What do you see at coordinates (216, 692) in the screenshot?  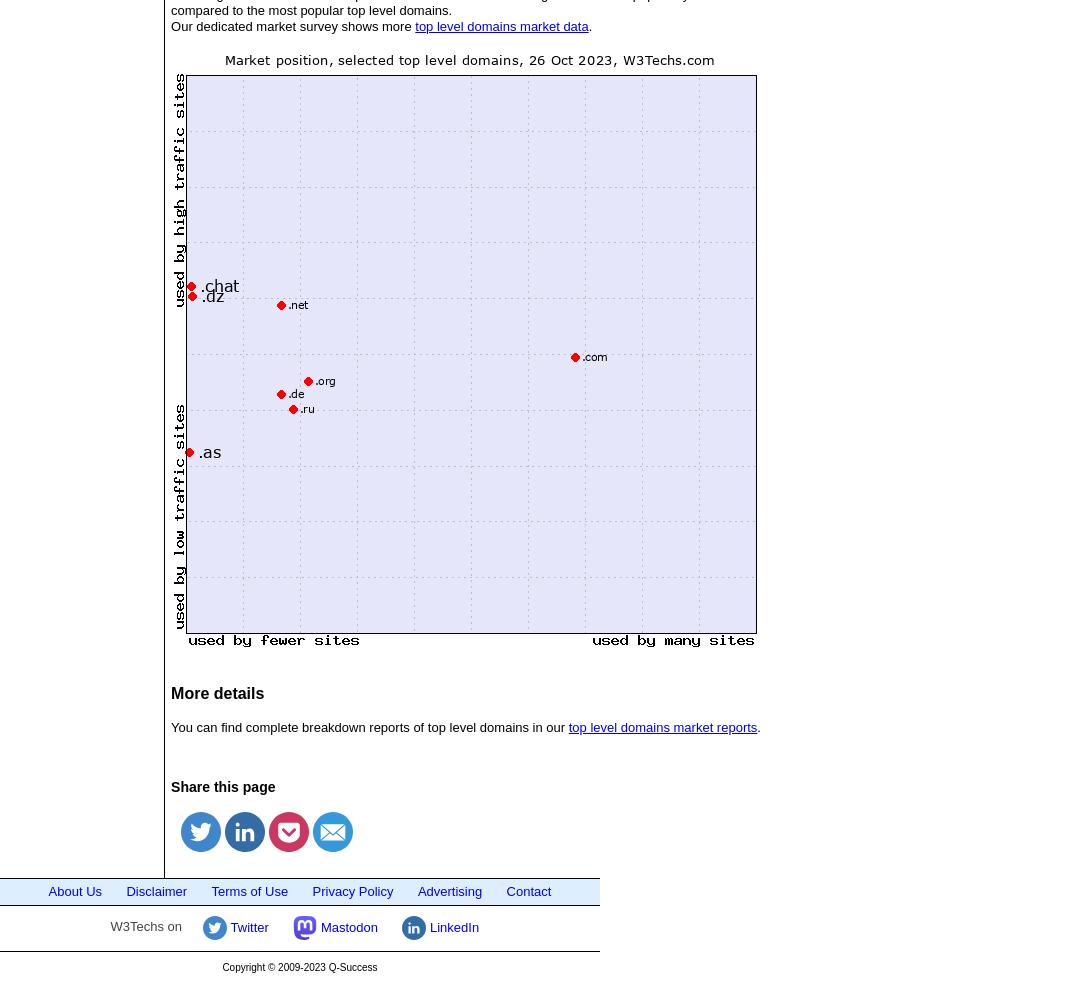 I see `'More details'` at bounding box center [216, 692].